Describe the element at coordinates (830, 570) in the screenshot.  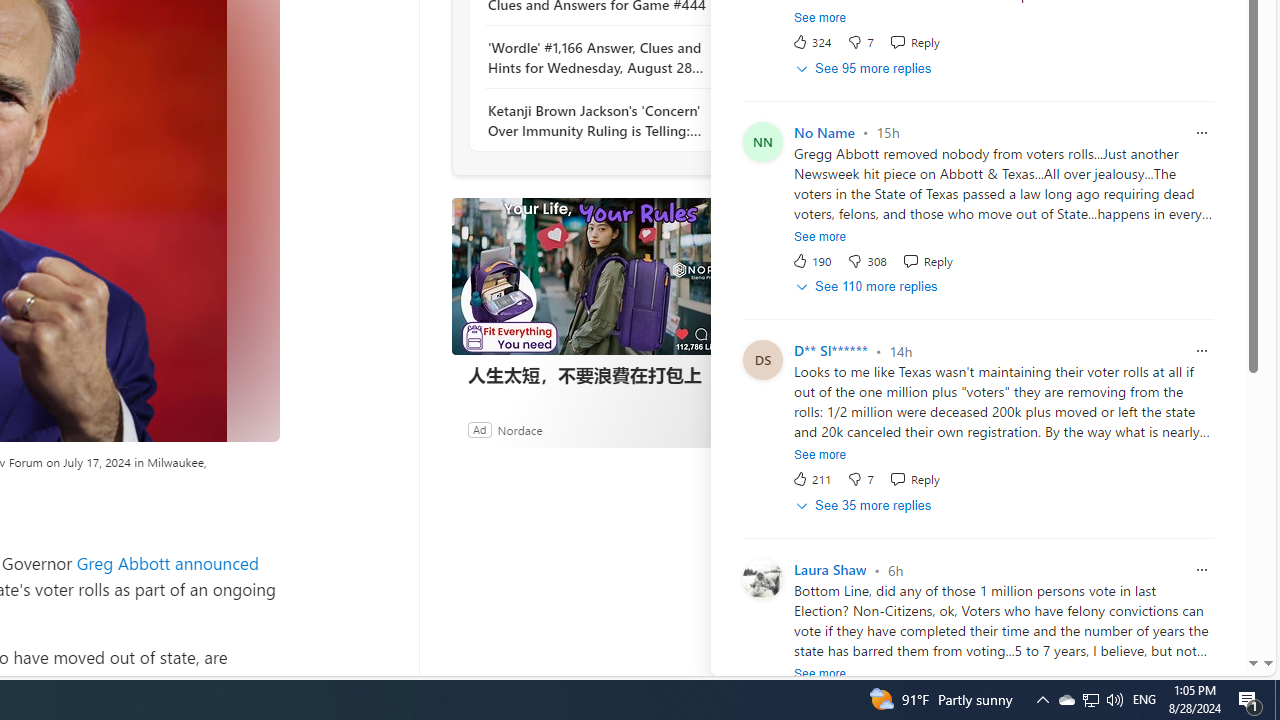
I see `'Laura Shaw'` at that location.